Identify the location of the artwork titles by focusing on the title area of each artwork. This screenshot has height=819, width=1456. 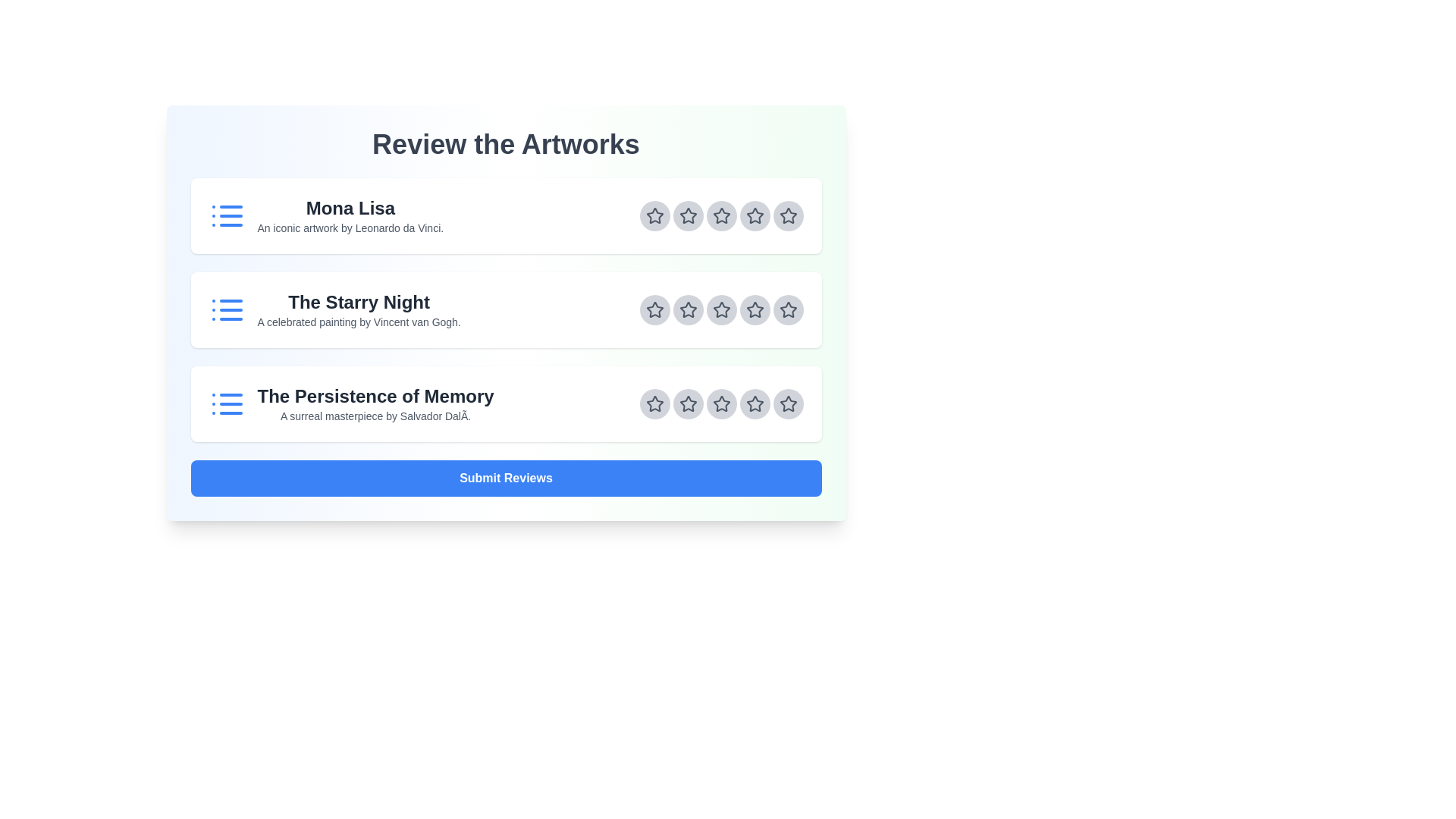
(349, 208).